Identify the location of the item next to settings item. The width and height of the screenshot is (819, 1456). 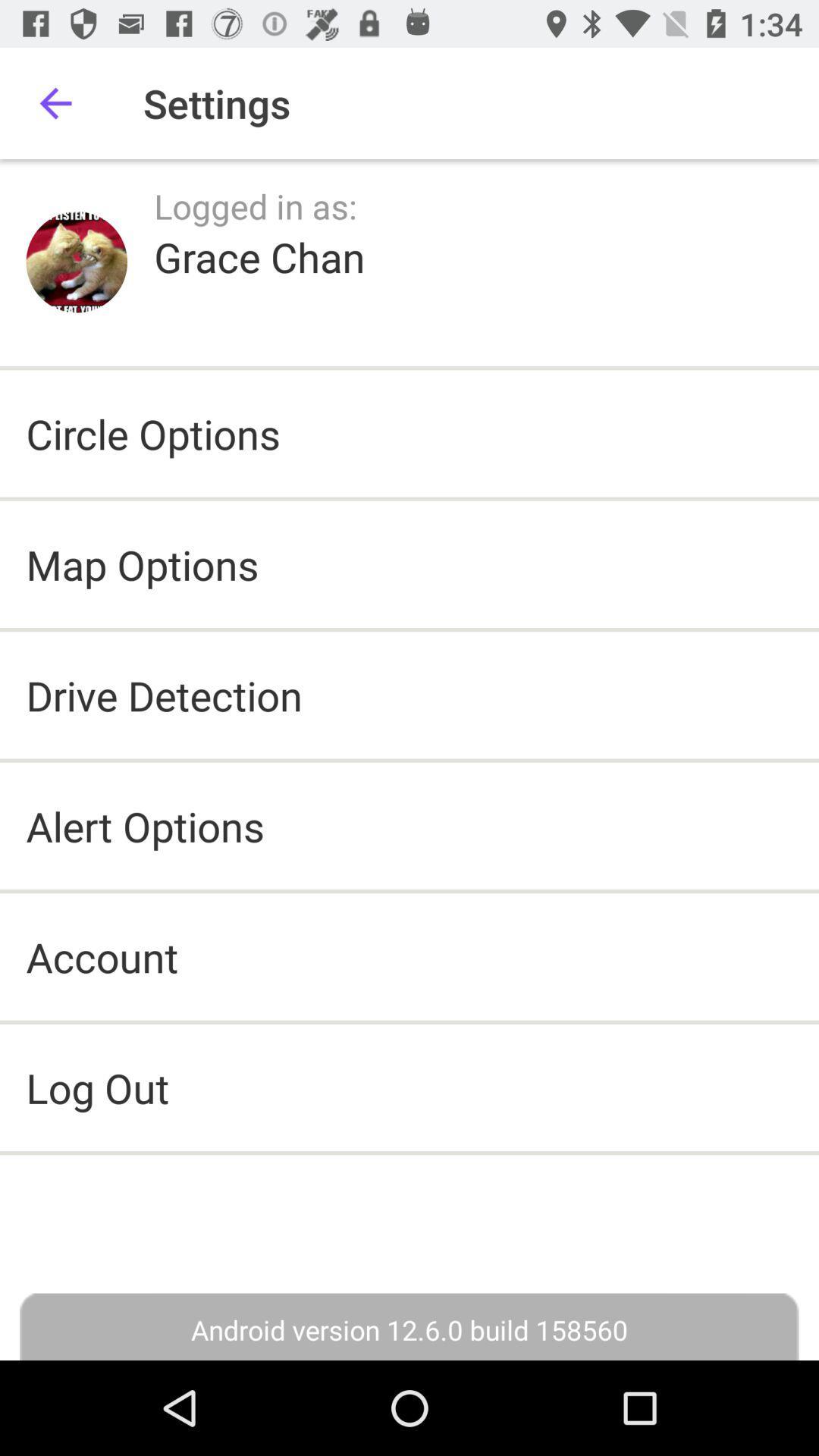
(55, 102).